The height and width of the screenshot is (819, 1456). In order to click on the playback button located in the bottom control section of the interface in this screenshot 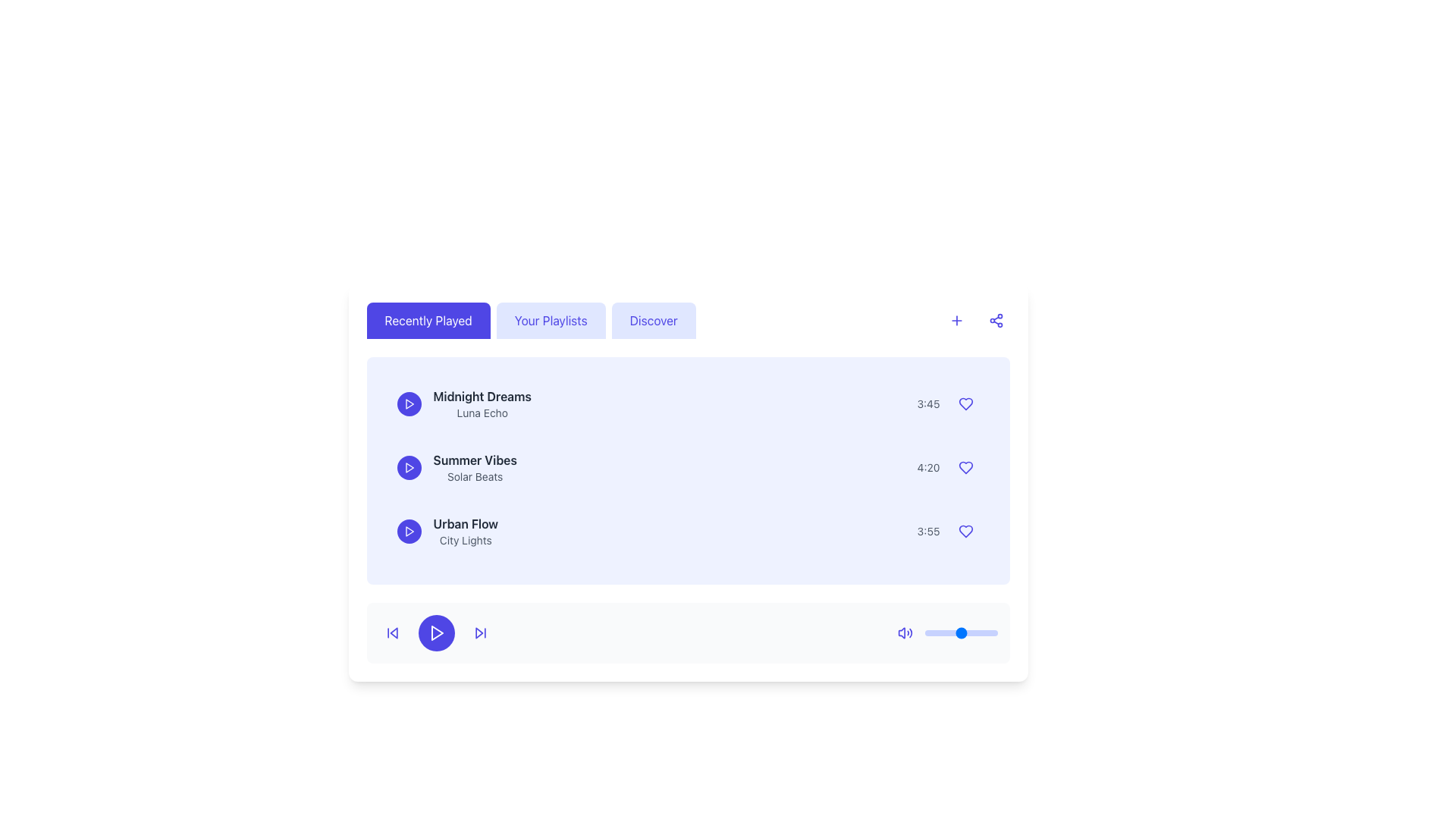, I will do `click(409, 531)`.